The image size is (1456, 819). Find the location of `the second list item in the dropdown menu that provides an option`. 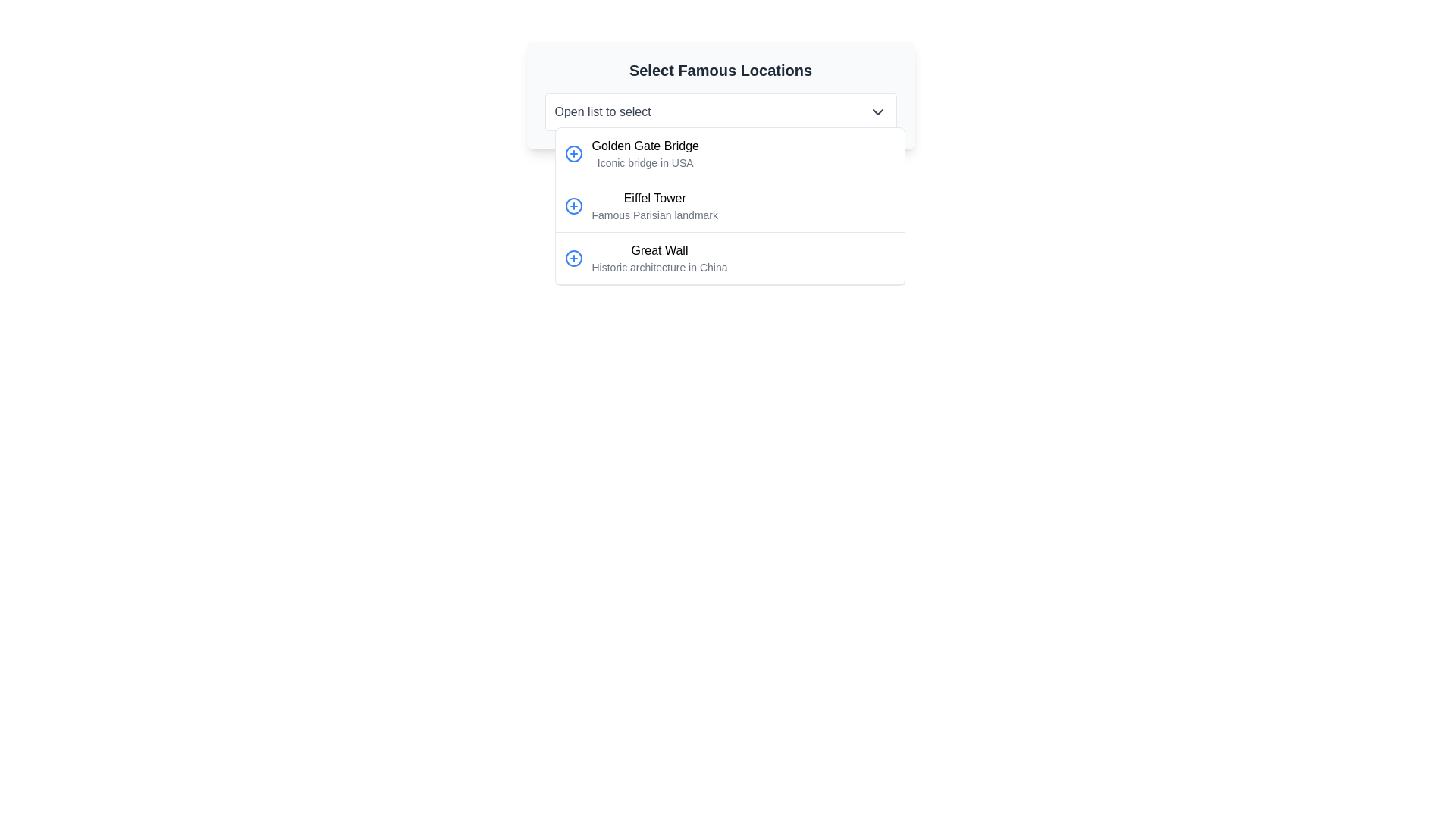

the second list item in the dropdown menu that provides an option is located at coordinates (730, 206).